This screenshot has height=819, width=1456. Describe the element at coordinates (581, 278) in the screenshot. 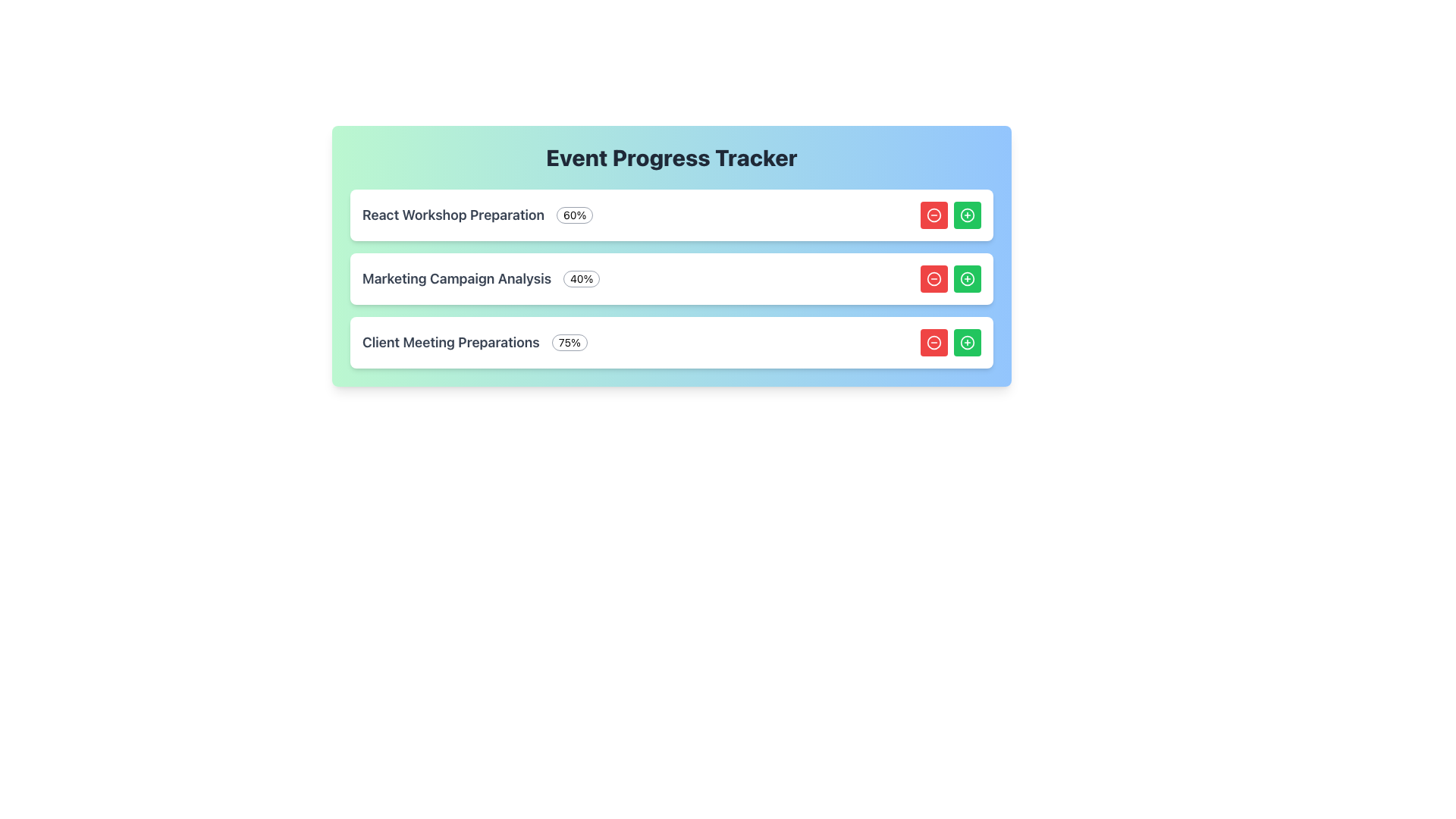

I see `the progress indicator badge located to the right of the 'Marketing Campaign Analysis' text in the middle row of the section` at that location.